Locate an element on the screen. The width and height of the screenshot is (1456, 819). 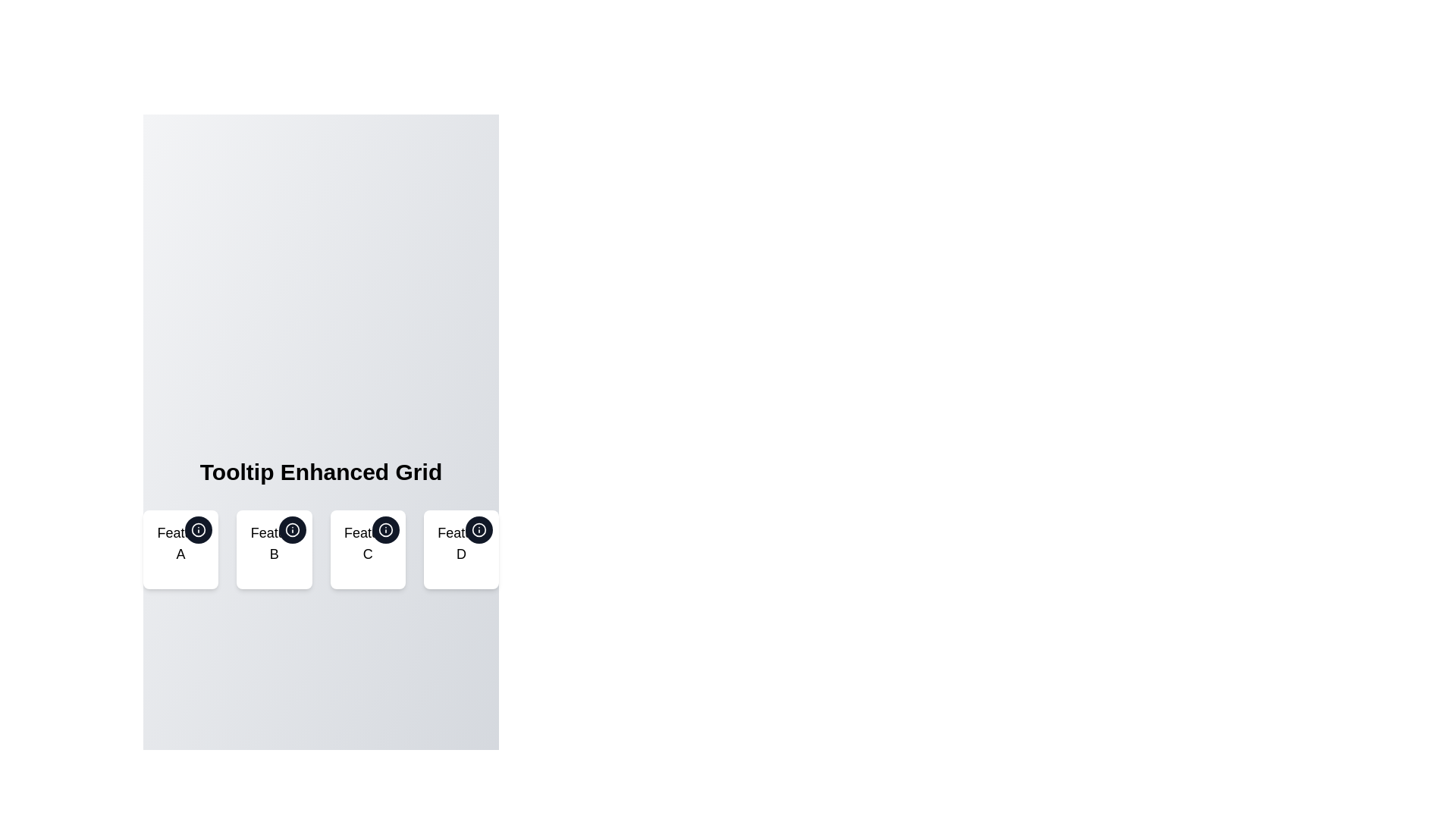
the circular 'info' icon located inside the button at the top-right corner of the 'Feat D' feature card is located at coordinates (479, 529).